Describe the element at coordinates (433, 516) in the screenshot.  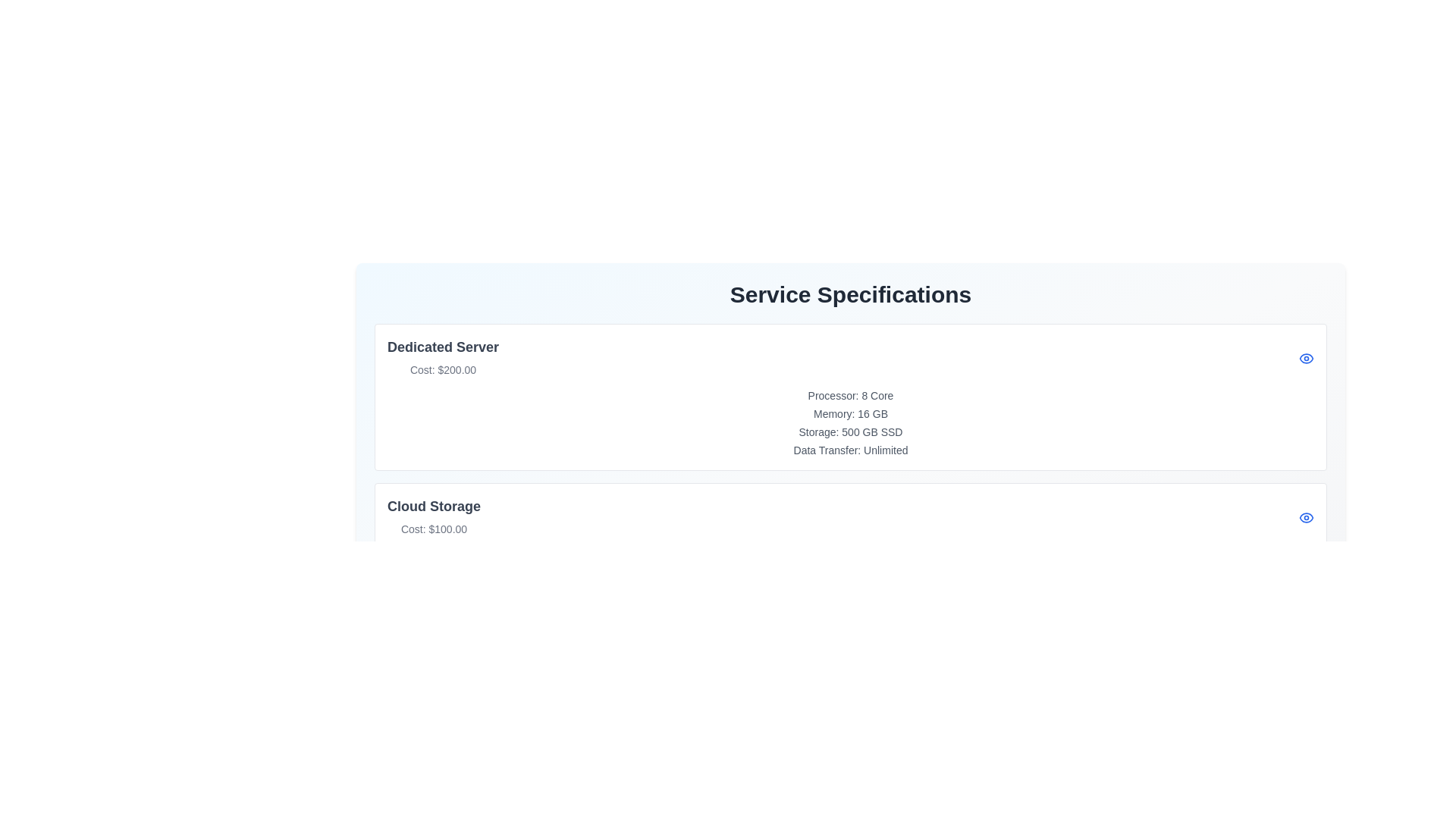
I see `the 'Cloud Storage' text block element, which displays 'Cloud Storage' in bold and 'Cost: $100.00' in gray, located below the 'Dedicated Server' section` at that location.